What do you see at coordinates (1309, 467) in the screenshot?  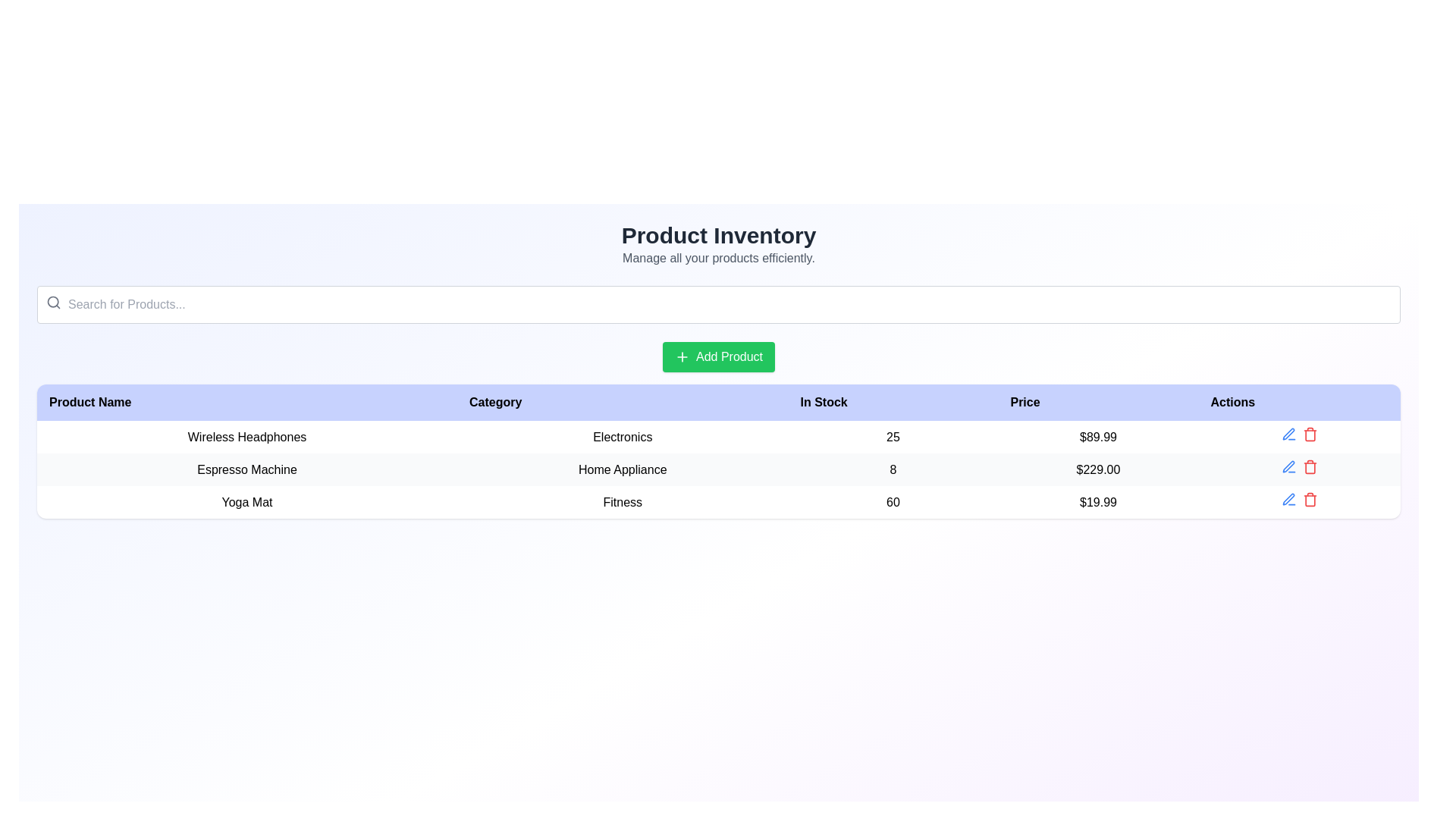 I see `the delete icon in the Actions column of the table corresponding to the Espresso Machine product entry to initiate deletion` at bounding box center [1309, 467].